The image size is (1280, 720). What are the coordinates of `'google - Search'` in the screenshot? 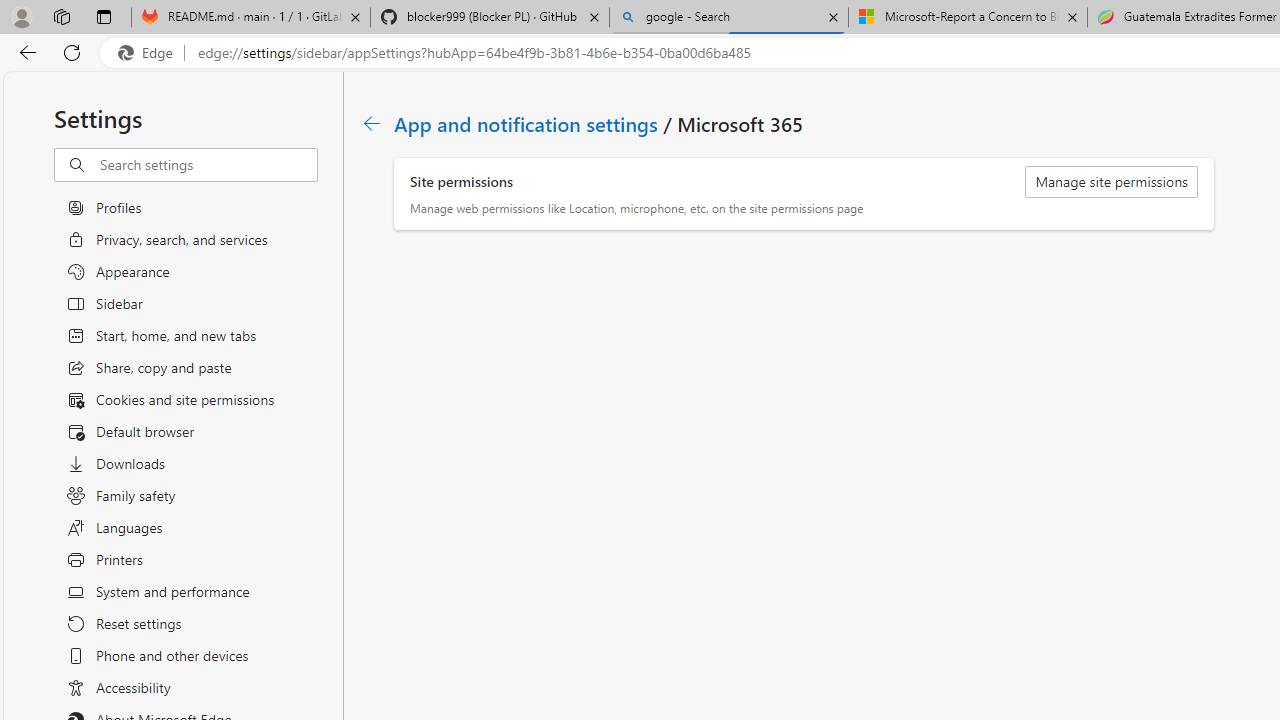 It's located at (728, 17).